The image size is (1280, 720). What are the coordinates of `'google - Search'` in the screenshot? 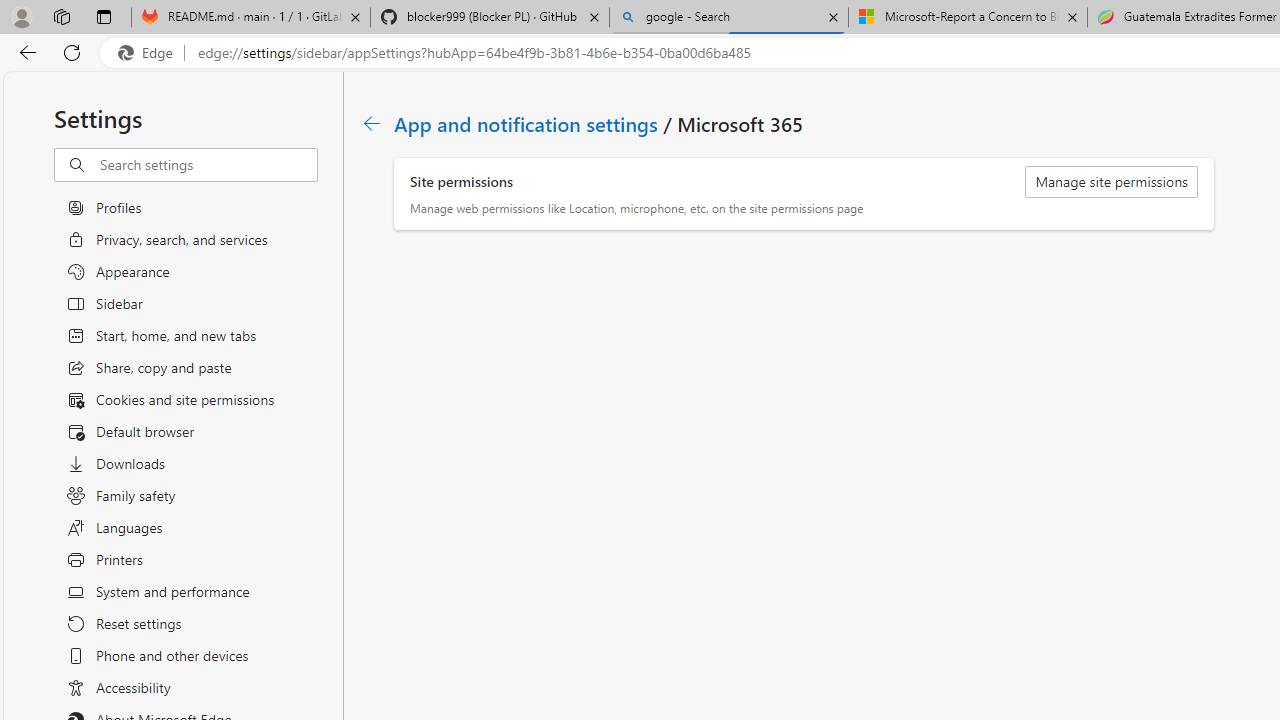 It's located at (728, 17).